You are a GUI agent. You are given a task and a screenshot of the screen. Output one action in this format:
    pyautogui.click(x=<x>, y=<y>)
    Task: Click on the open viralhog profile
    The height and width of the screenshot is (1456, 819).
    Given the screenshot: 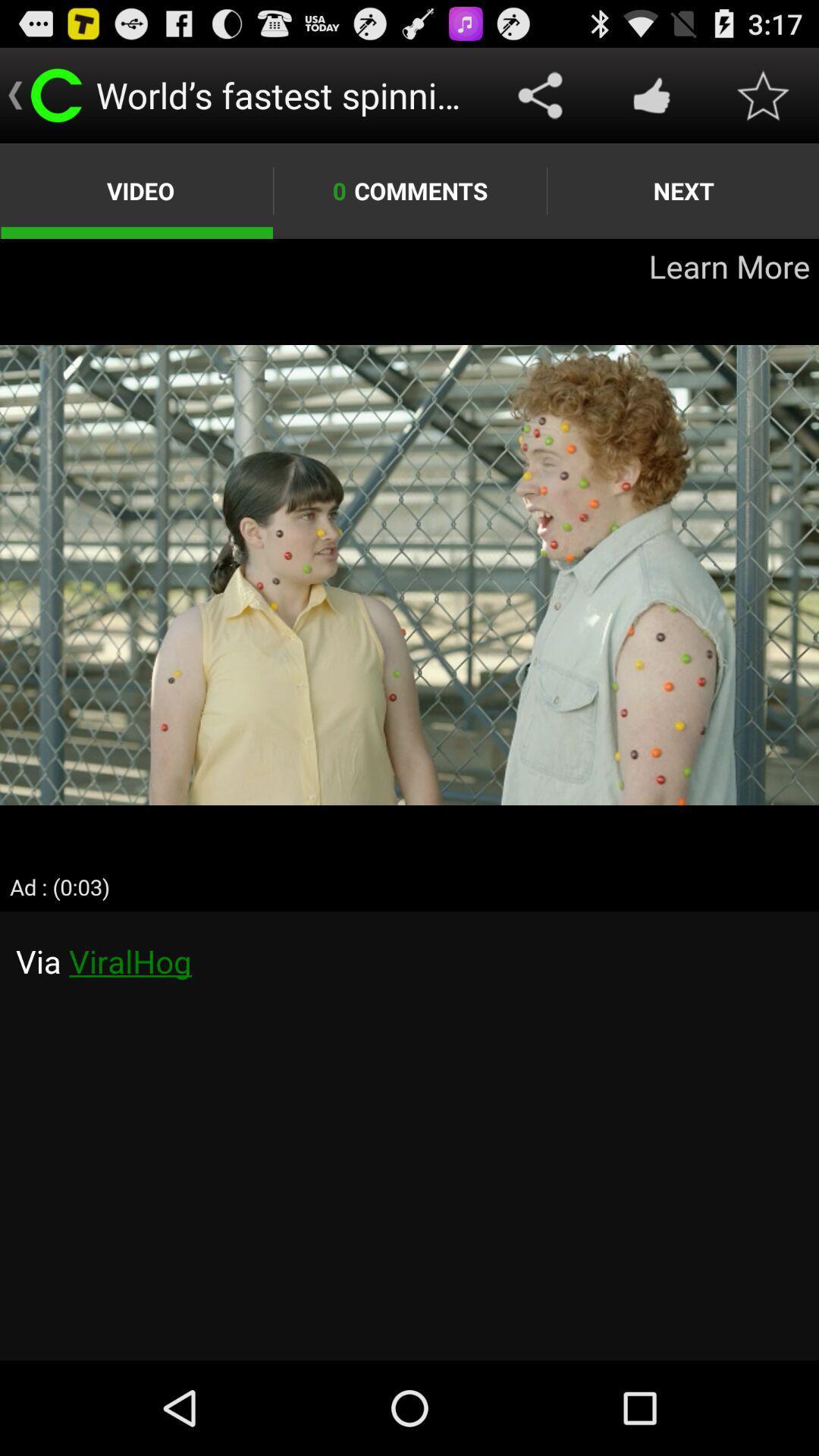 What is the action you would take?
    pyautogui.click(x=409, y=1136)
    